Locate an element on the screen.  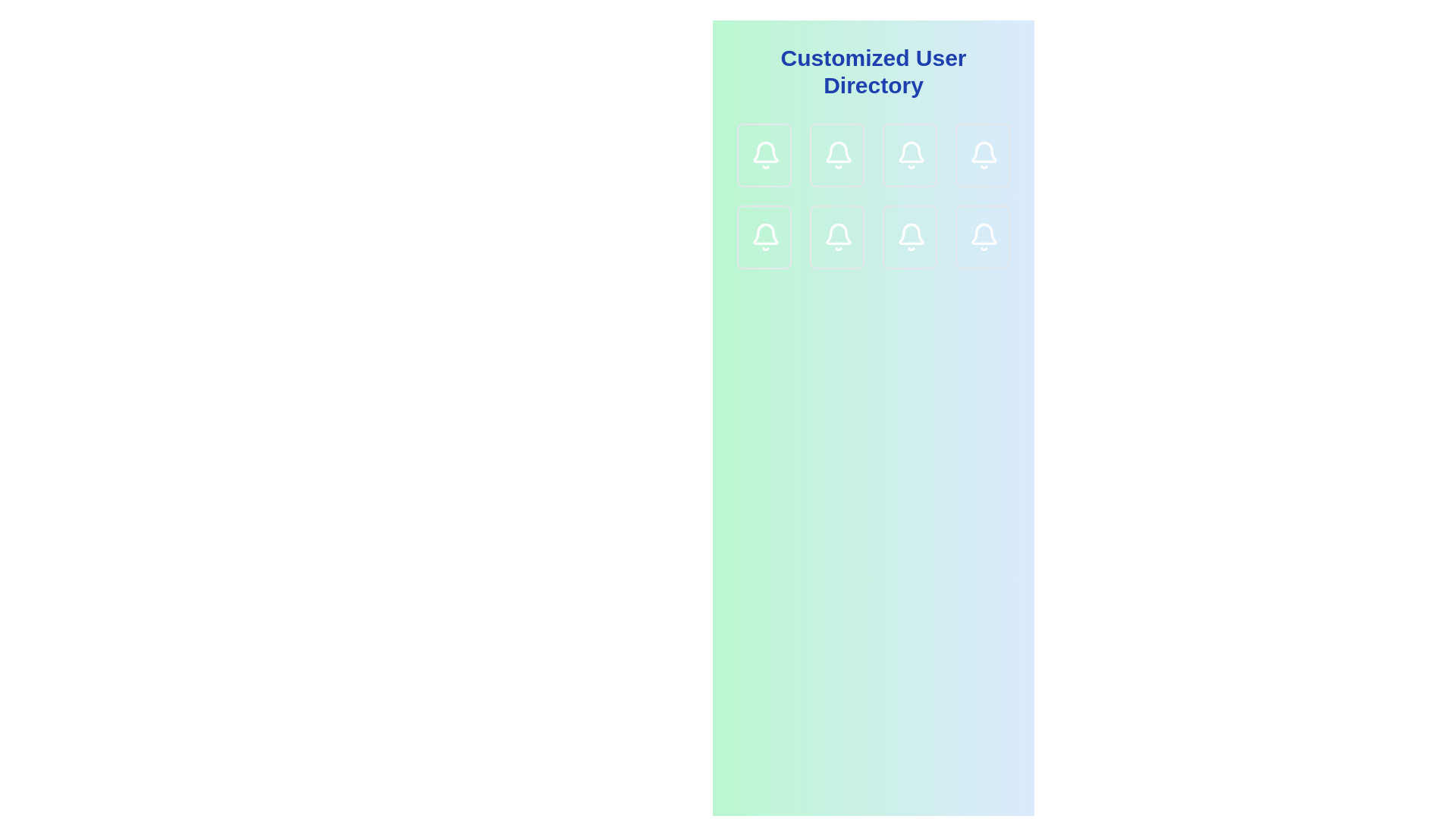
the decorative bell icon located in the second column of the first row of a 3x3 grid, which serves to represent notifications or alerts is located at coordinates (837, 155).